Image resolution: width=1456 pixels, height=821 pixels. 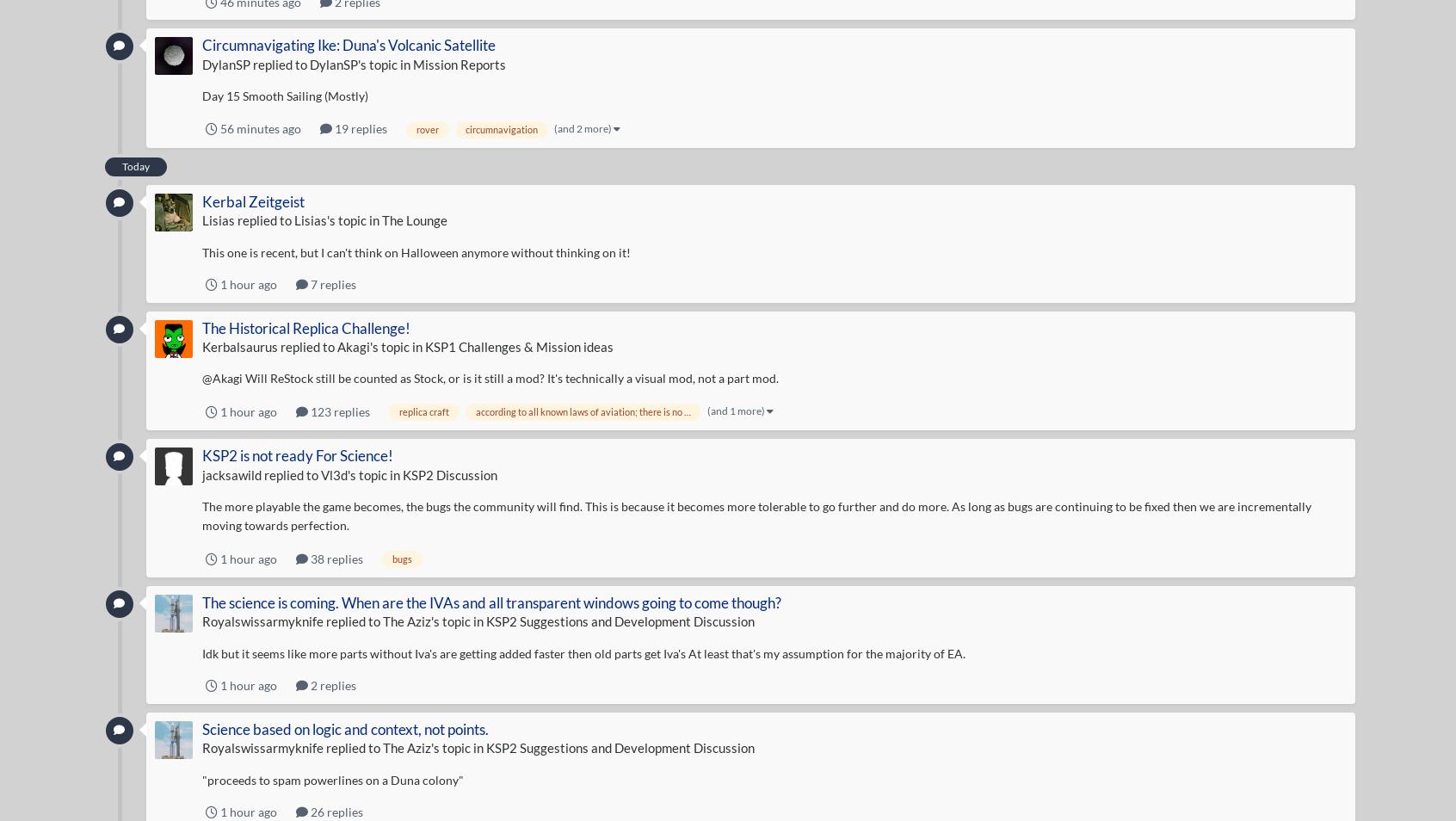 I want to click on '7 replies', so click(x=330, y=284).